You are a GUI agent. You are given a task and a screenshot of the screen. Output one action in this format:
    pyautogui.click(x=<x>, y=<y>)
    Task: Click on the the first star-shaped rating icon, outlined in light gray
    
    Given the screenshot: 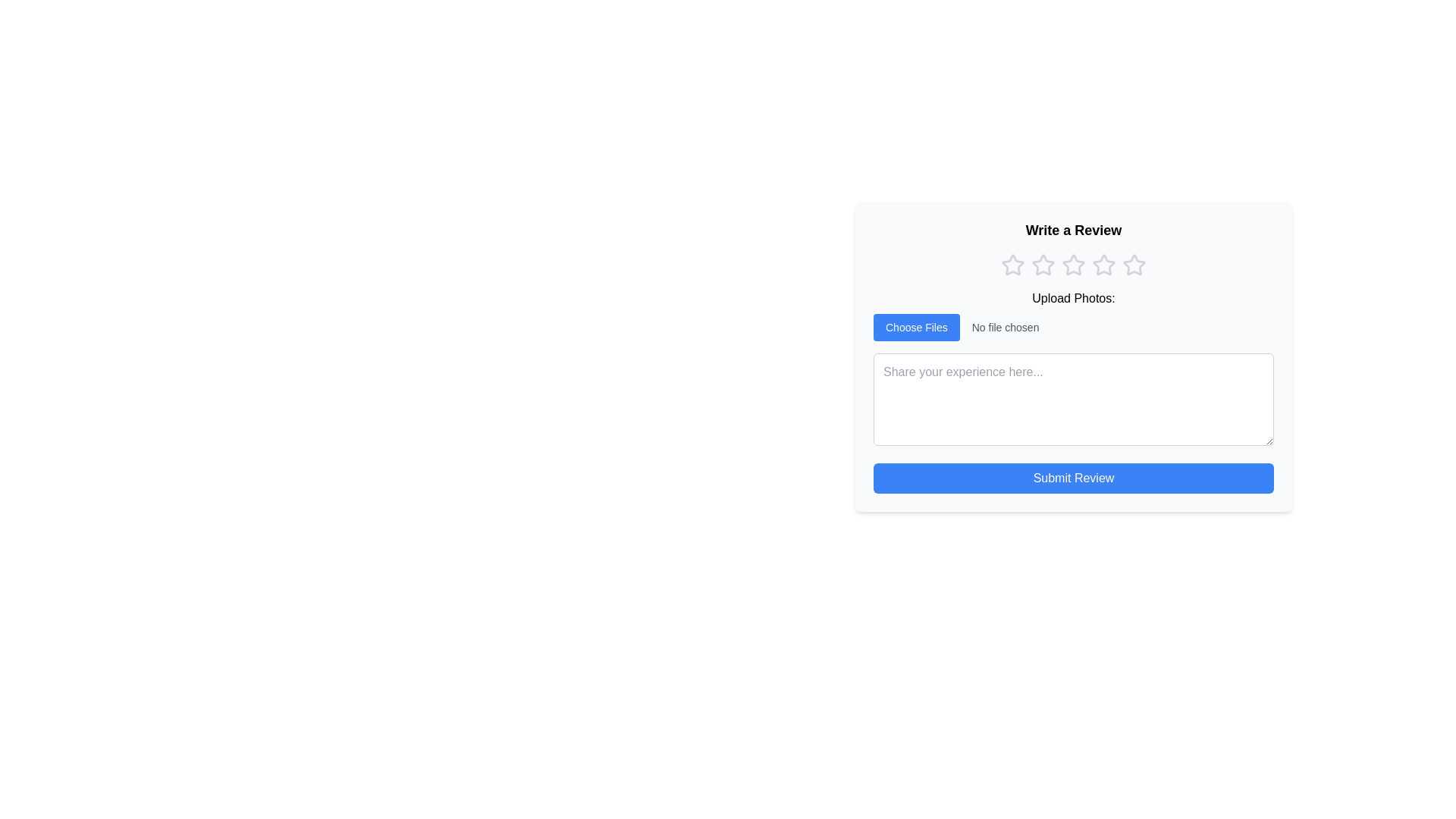 What is the action you would take?
    pyautogui.click(x=1012, y=264)
    